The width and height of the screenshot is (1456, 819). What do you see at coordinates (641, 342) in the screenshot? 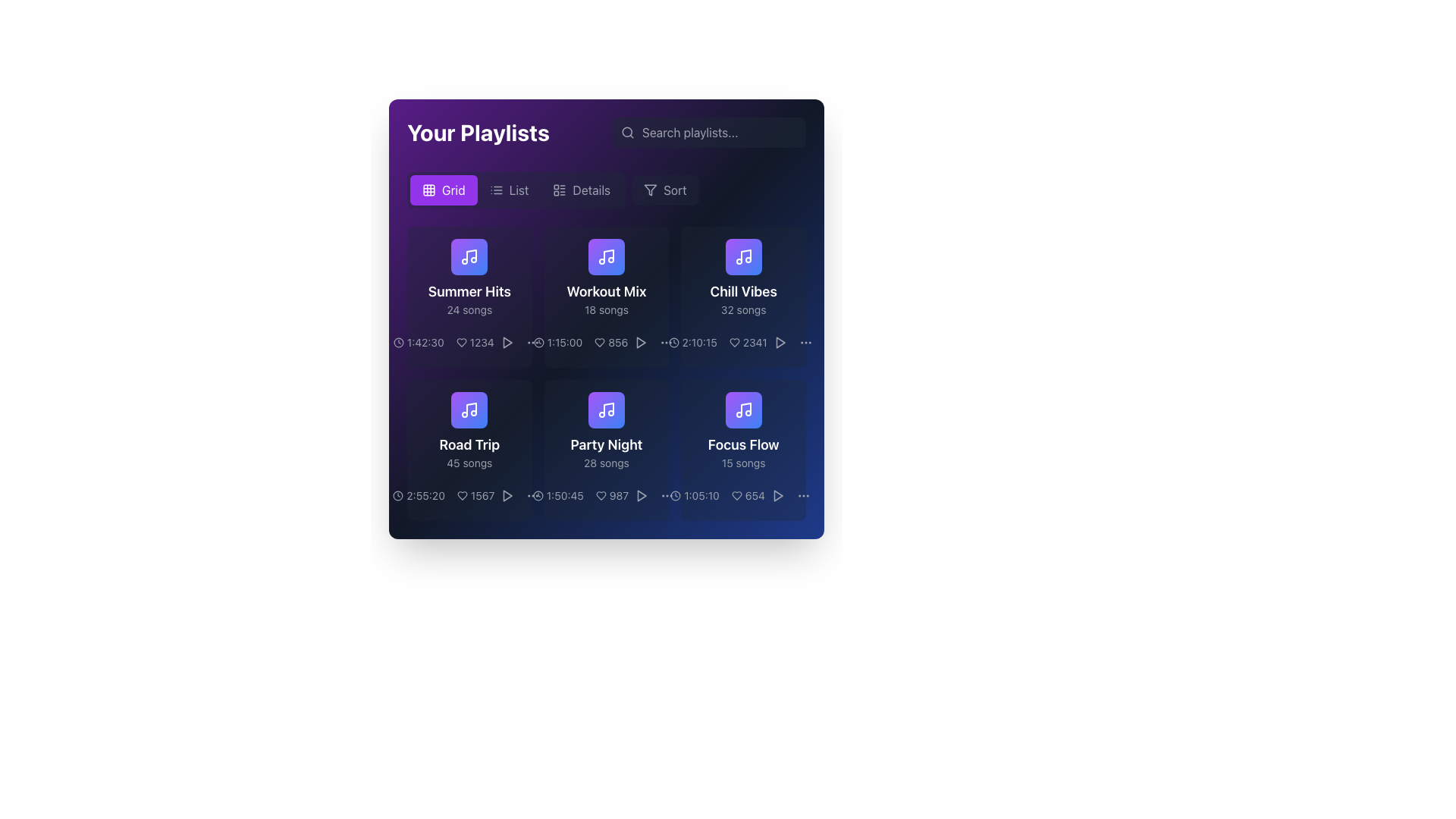
I see `the playback initiation button located to the right of the text '856' and below '1:15:00' for the 'Workout Mix' playlist` at bounding box center [641, 342].